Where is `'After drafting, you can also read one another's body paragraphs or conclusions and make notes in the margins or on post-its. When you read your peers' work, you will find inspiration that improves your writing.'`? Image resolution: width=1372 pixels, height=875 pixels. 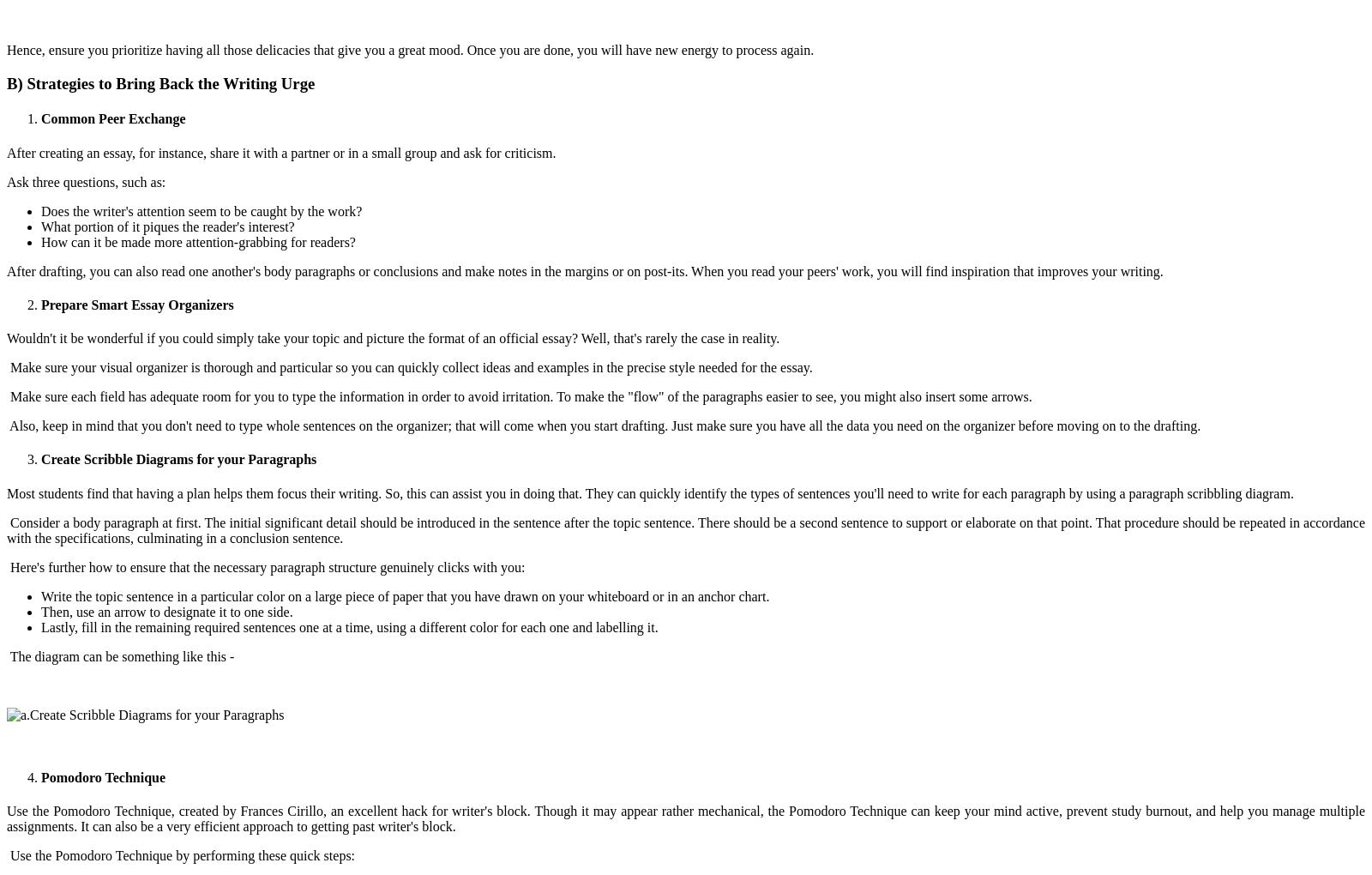
'After drafting, you can also read one another's body paragraphs or conclusions and make notes in the margins or on post-its. When you read your peers' work, you will find inspiration that improves your writing.' is located at coordinates (587, 270).